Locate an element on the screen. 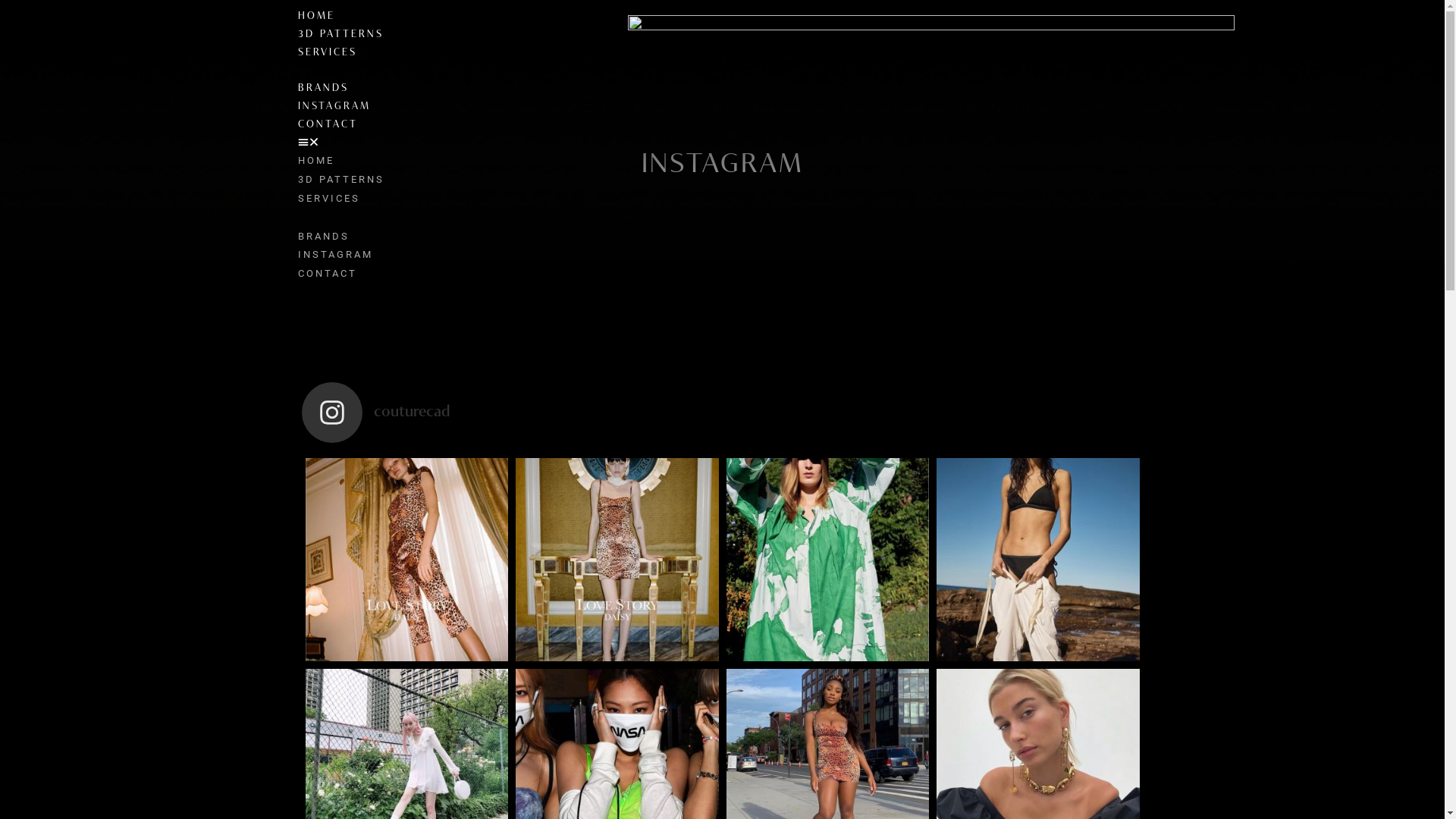 The width and height of the screenshot is (1456, 819). 'couturecad' is located at coordinates (722, 412).